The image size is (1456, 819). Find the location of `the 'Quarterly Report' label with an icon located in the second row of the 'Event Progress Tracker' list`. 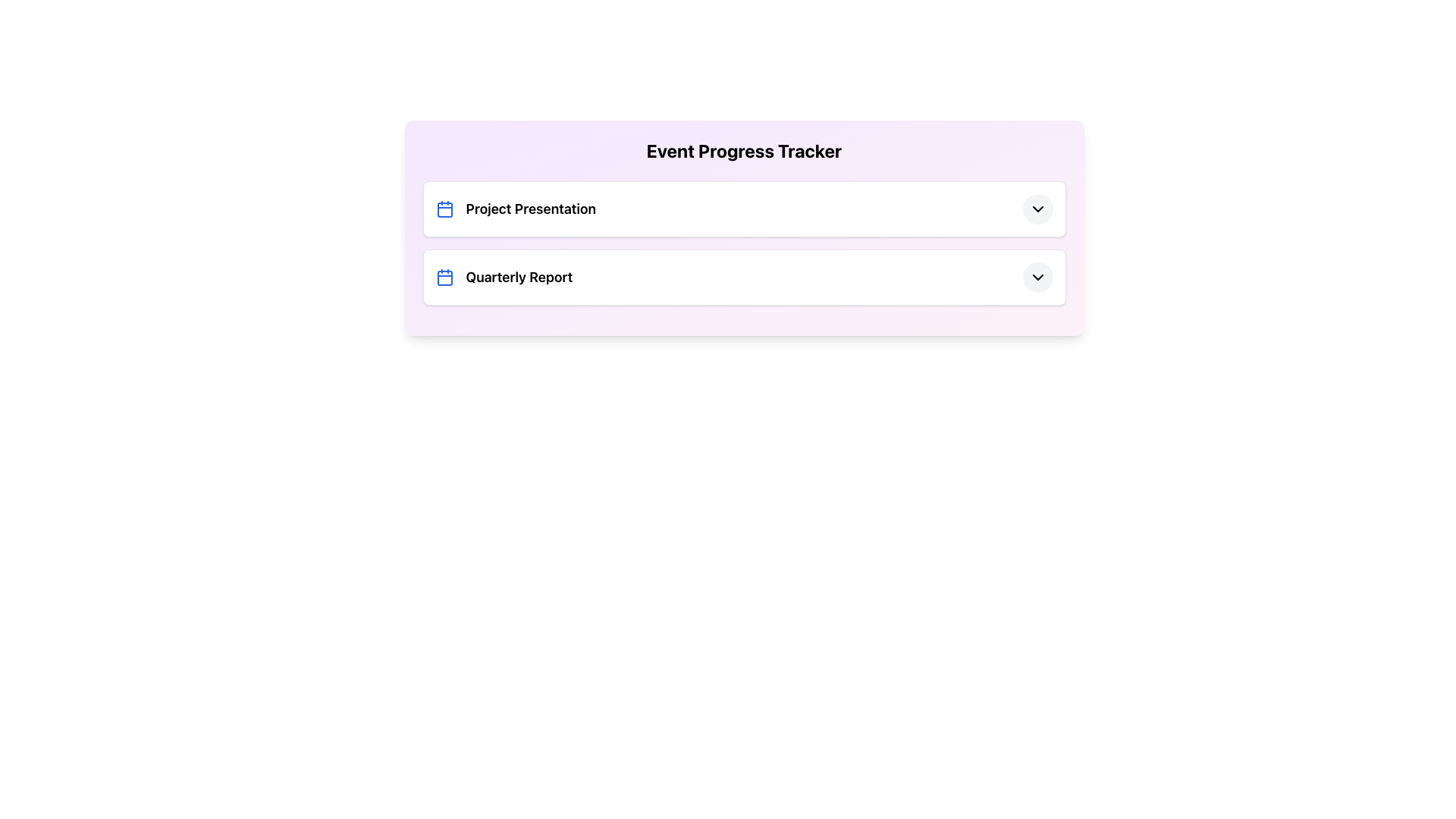

the 'Quarterly Report' label with an icon located in the second row of the 'Event Progress Tracker' list is located at coordinates (504, 278).